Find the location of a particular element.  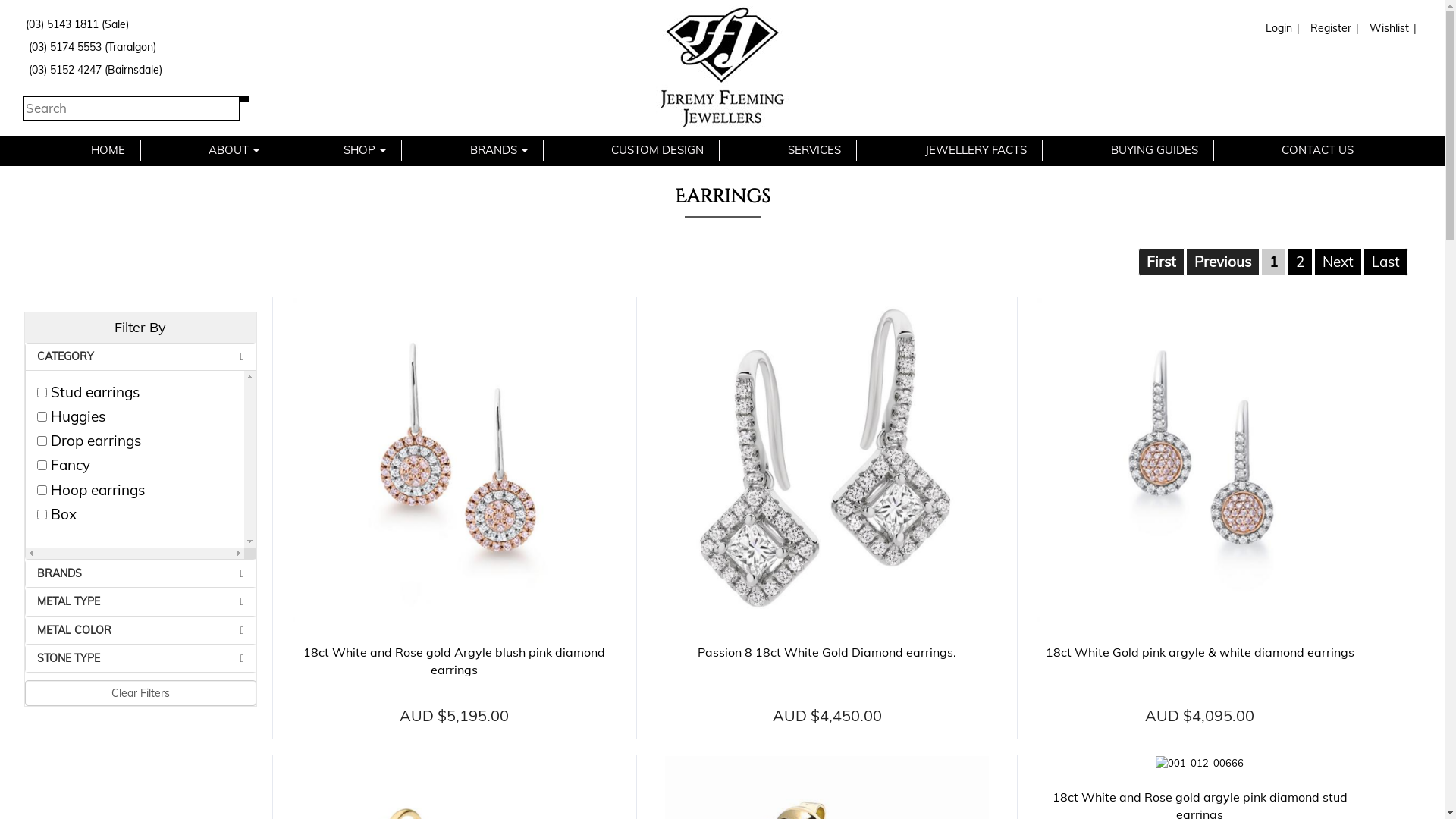

'Box' is located at coordinates (42, 513).